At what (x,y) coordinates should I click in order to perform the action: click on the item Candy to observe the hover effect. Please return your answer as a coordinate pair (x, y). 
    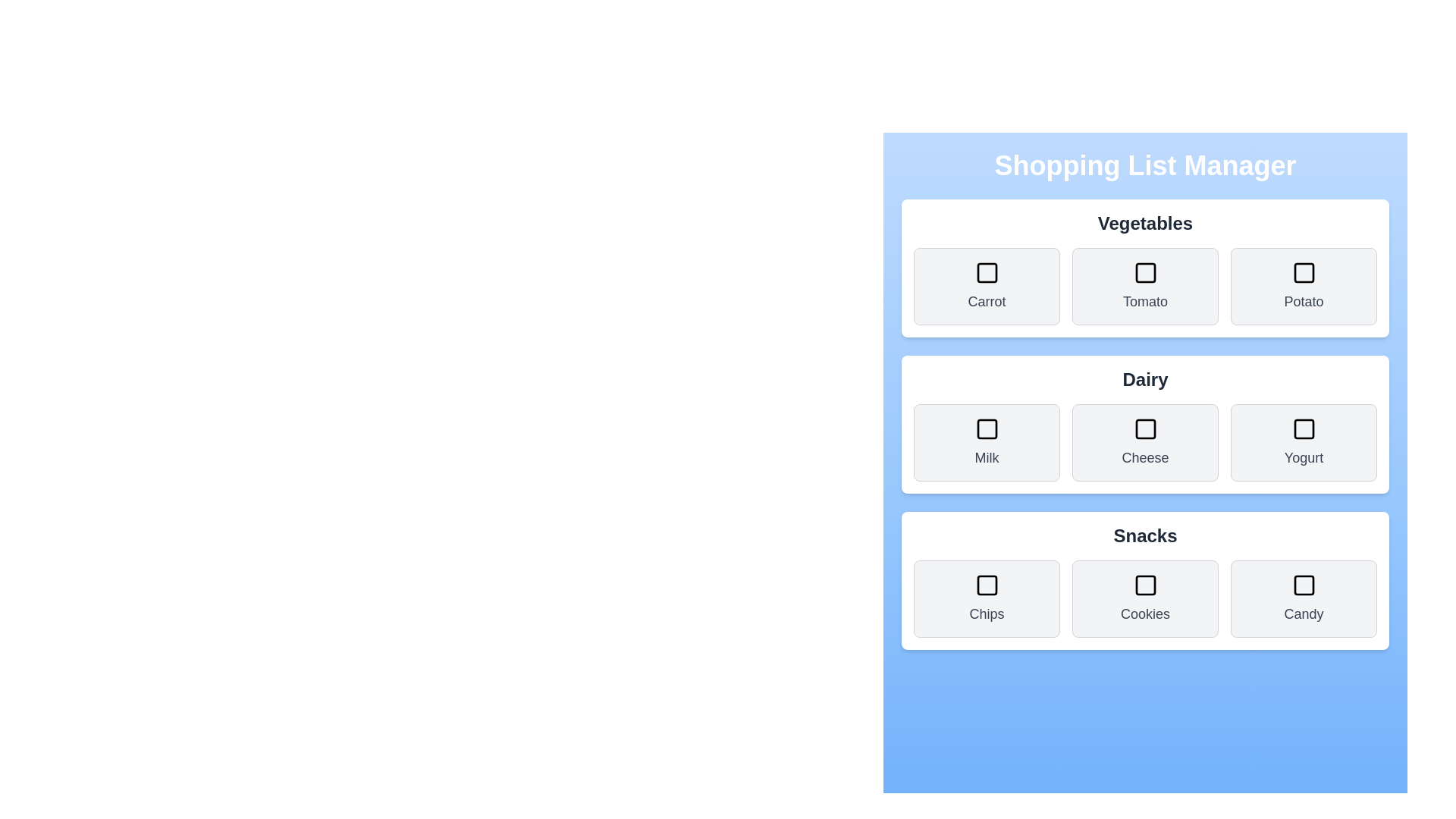
    Looking at the image, I should click on (1303, 598).